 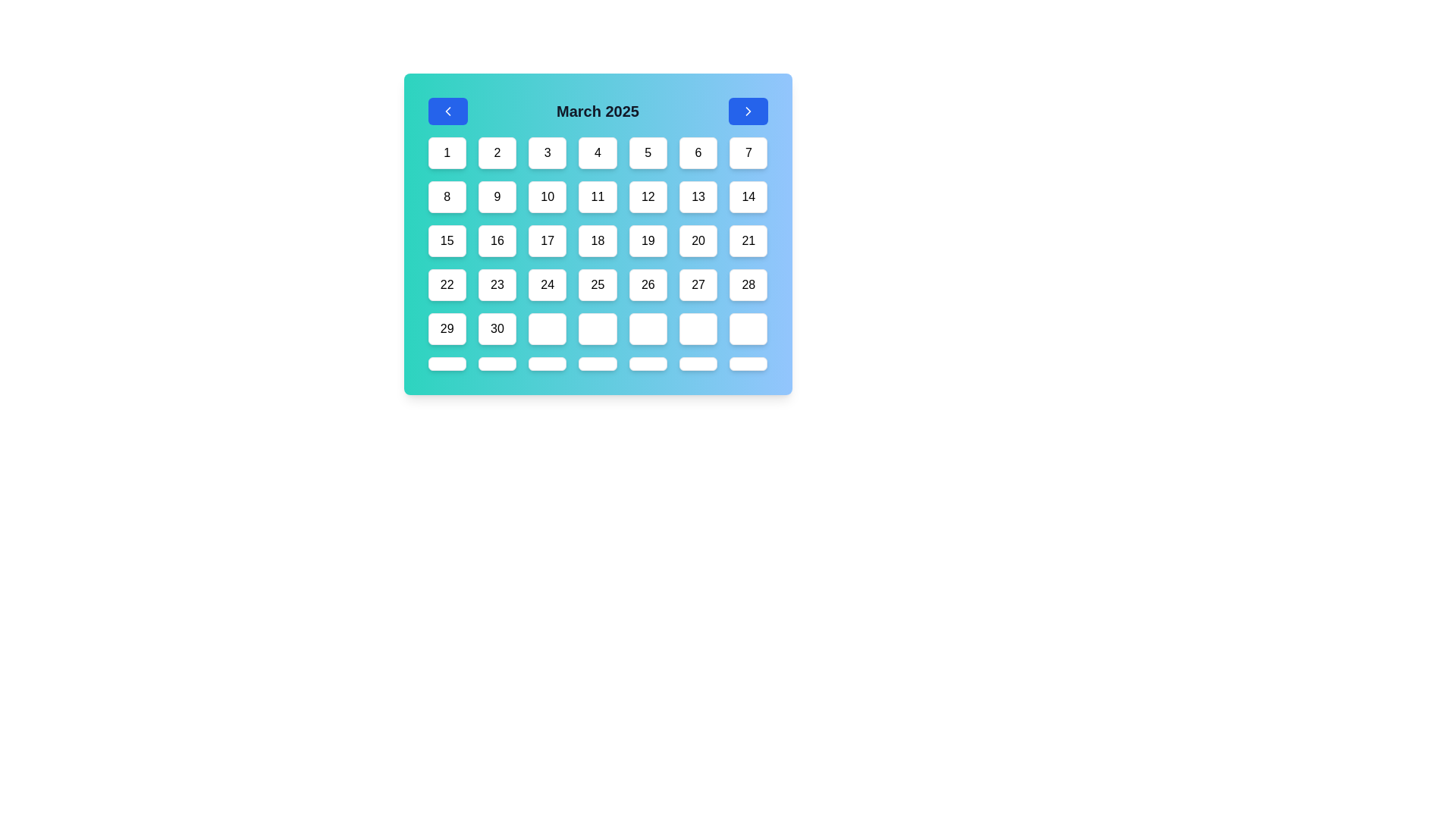 I want to click on the empty grid cell located in the bottom-right corner of a 7-column grid, which is the seventh tile in the sixth row, so click(x=748, y=328).